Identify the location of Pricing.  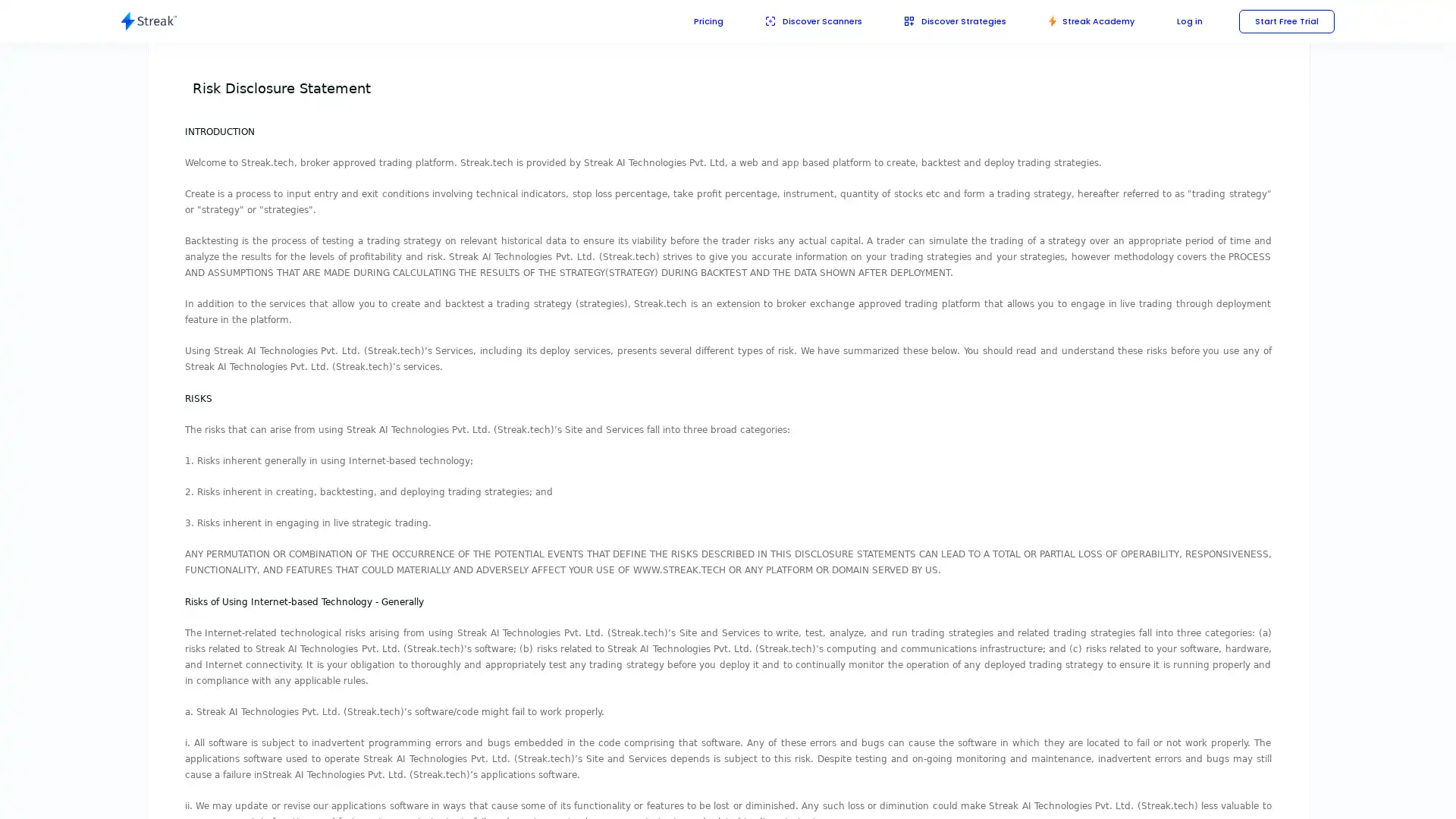
(686, 20).